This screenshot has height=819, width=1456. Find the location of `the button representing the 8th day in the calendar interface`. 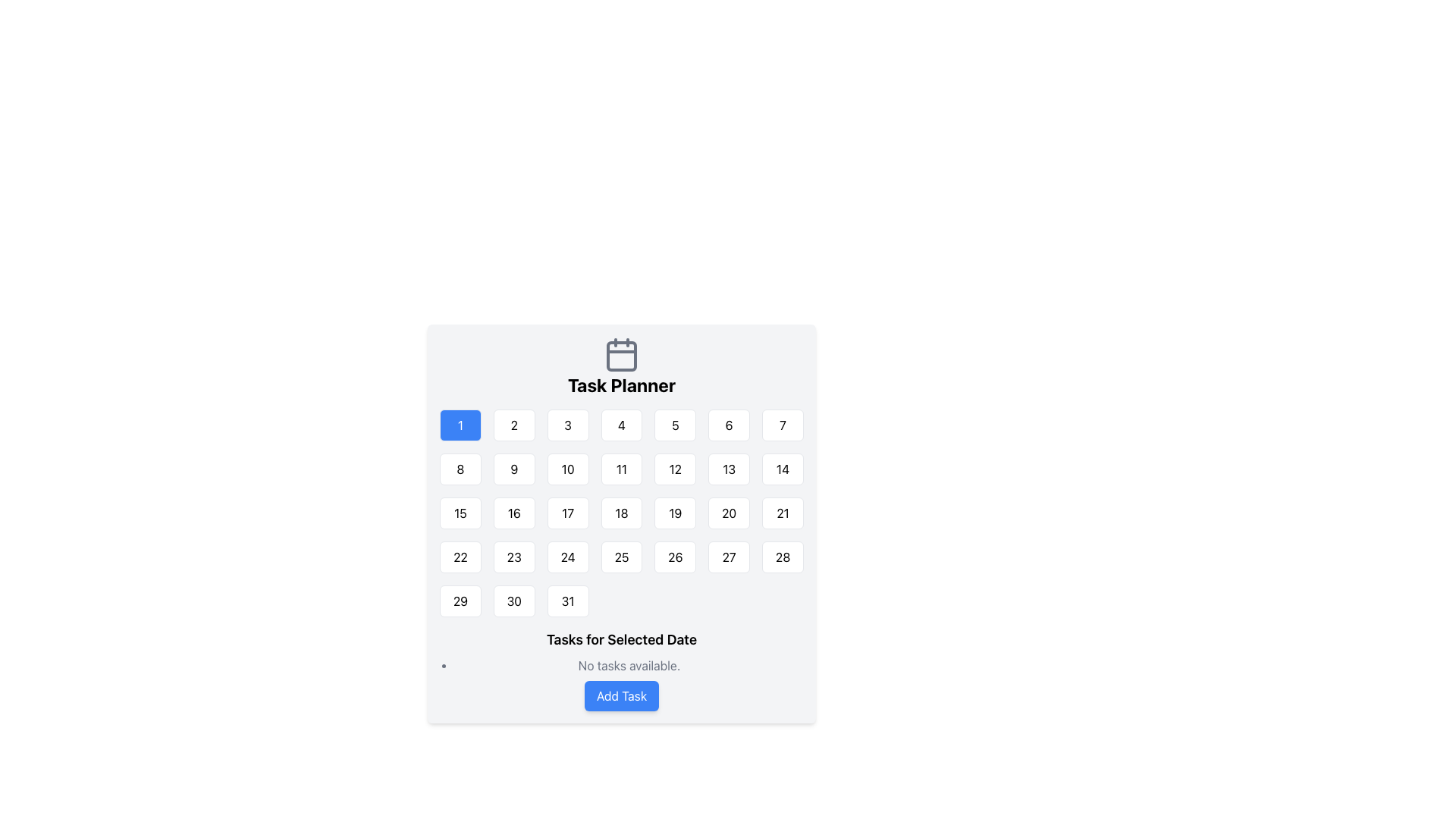

the button representing the 8th day in the calendar interface is located at coordinates (460, 468).